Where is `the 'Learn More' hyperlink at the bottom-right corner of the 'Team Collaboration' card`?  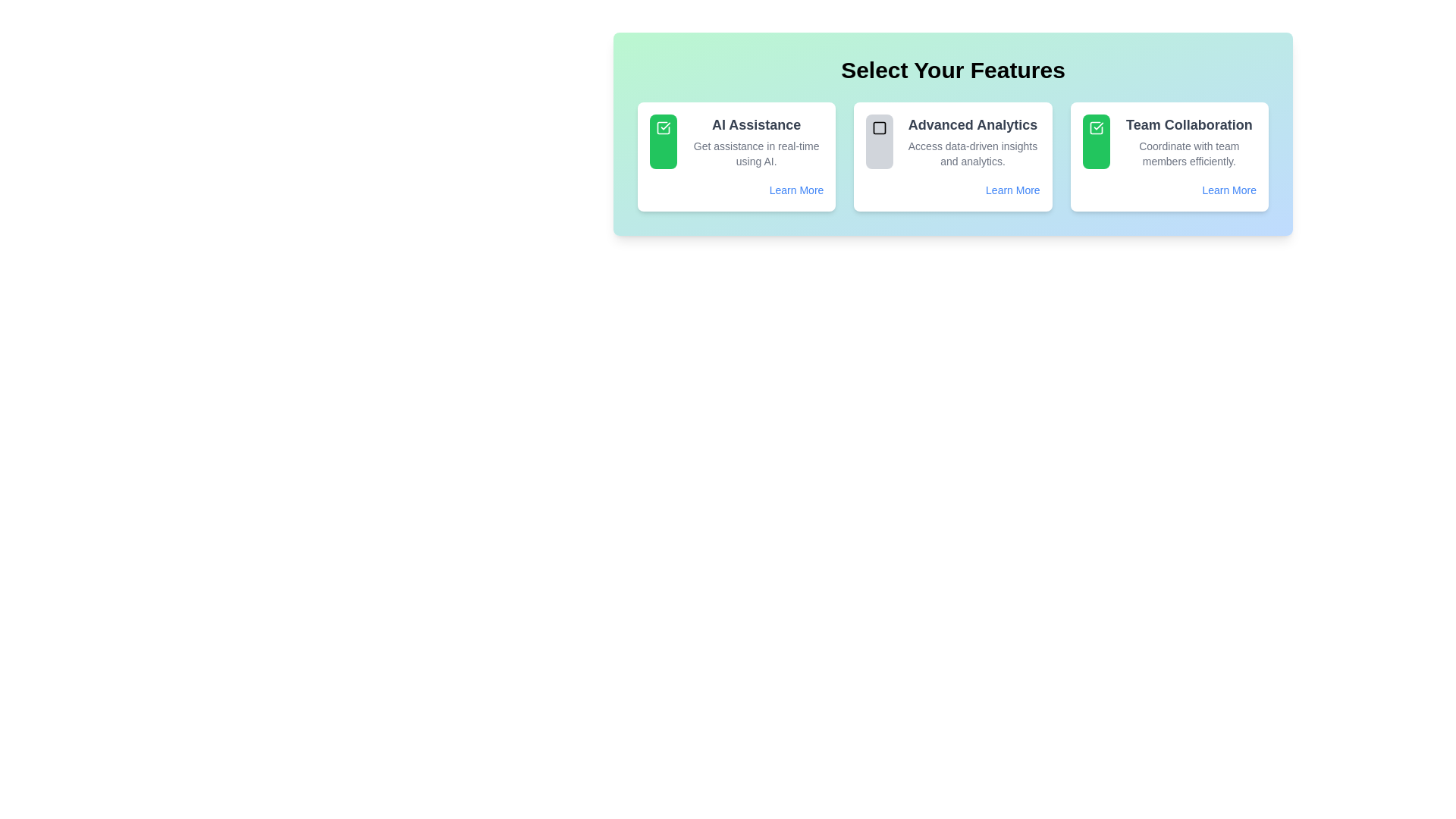 the 'Learn More' hyperlink at the bottom-right corner of the 'Team Collaboration' card is located at coordinates (1169, 189).